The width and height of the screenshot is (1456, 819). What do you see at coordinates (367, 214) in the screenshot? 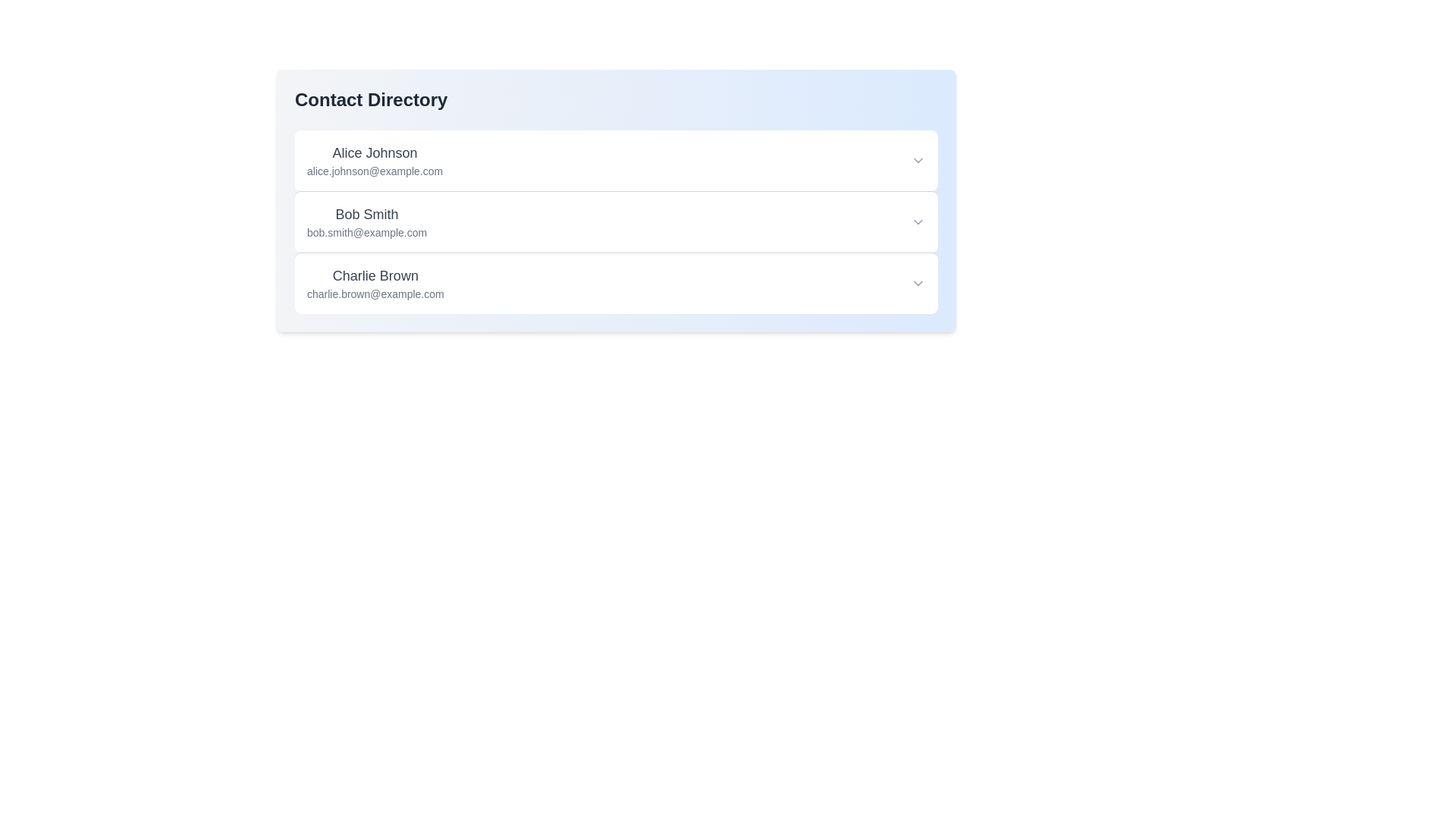
I see `the 'Bob Smith' text label, which is the main heading in the second contact card of the contact directory interface` at bounding box center [367, 214].